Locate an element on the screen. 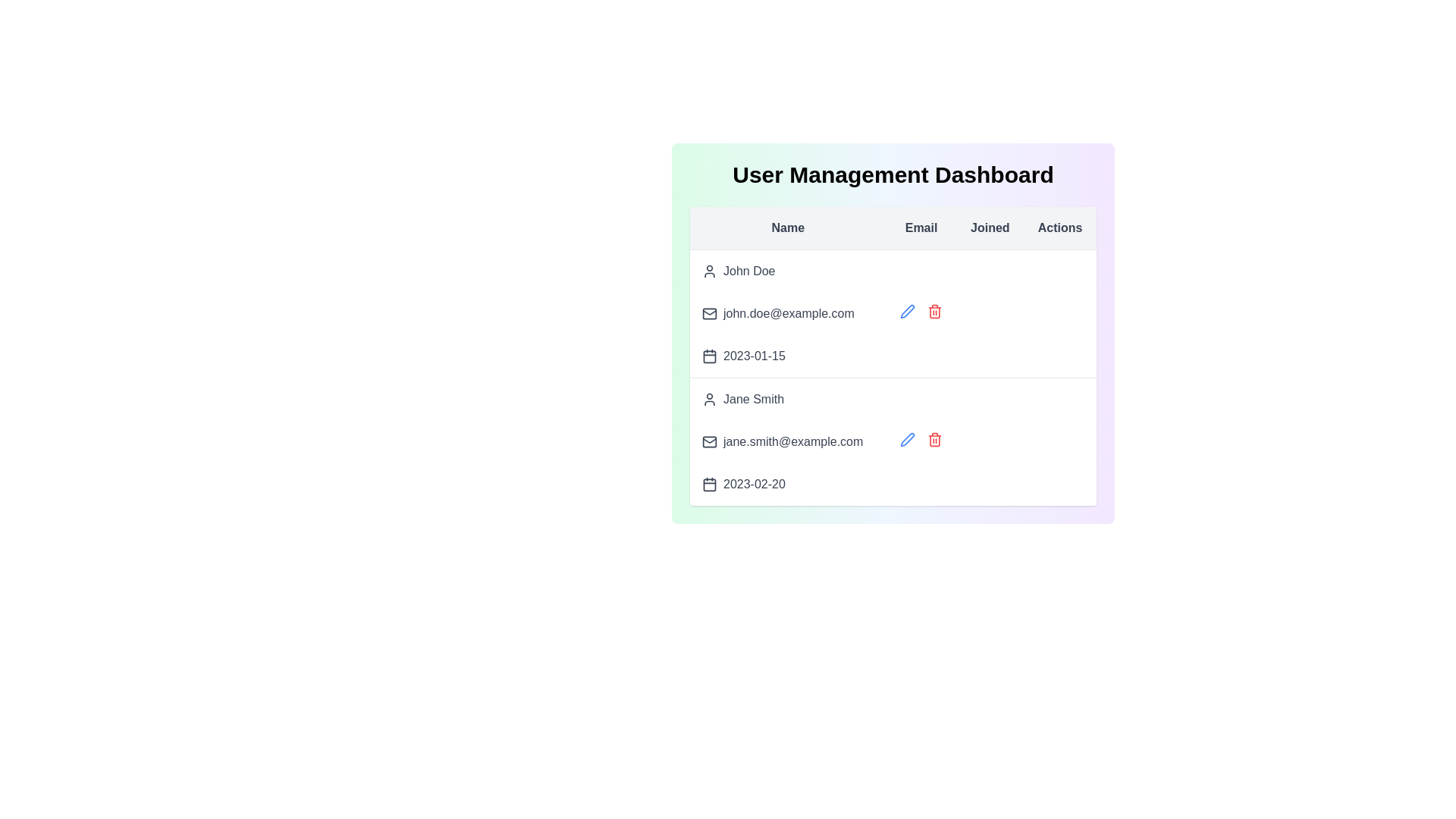 Image resolution: width=1456 pixels, height=819 pixels. the edit icon for the user Jane Smith is located at coordinates (907, 438).